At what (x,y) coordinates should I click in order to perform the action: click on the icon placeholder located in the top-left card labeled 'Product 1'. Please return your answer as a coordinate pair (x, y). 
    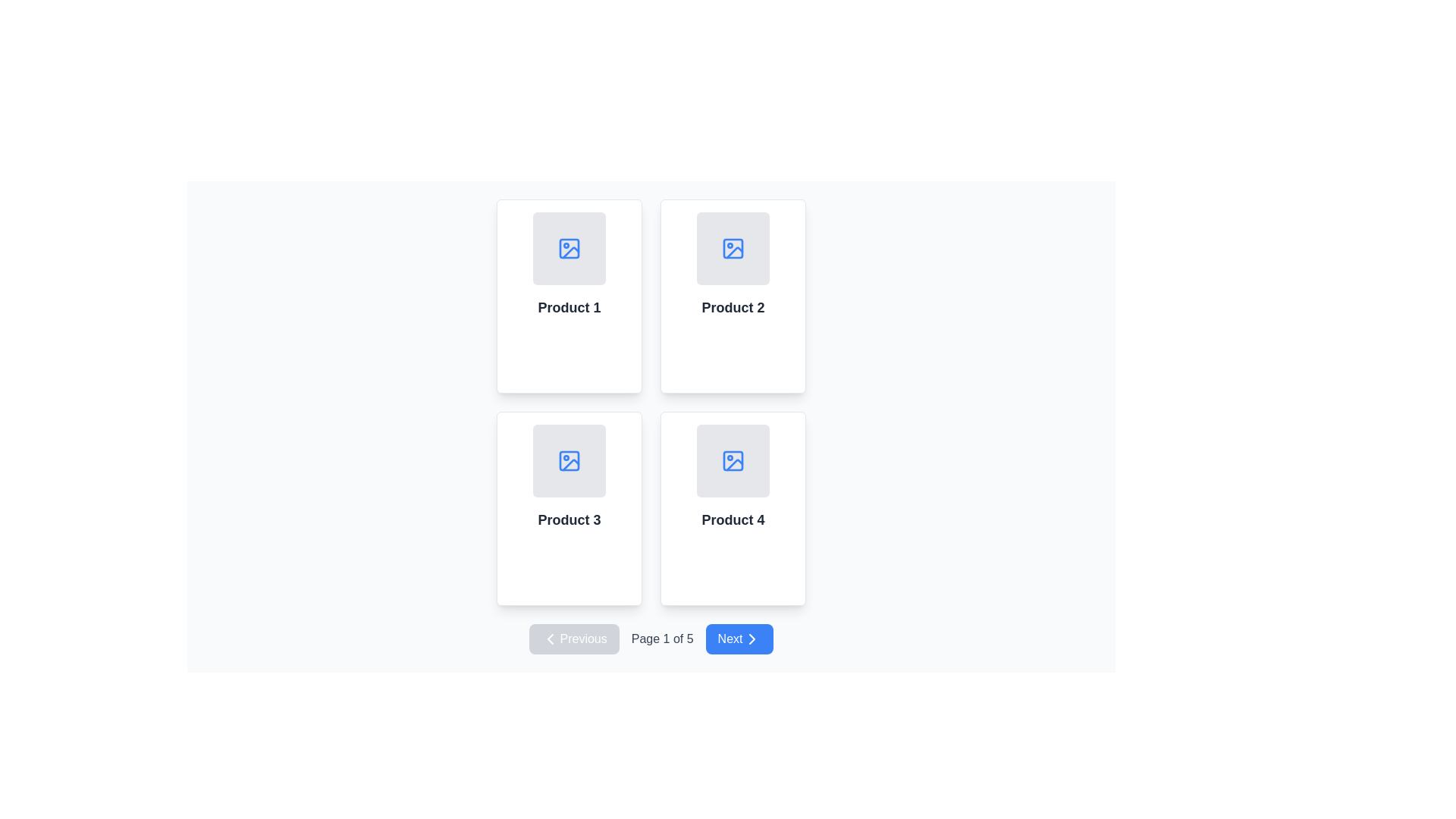
    Looking at the image, I should click on (568, 247).